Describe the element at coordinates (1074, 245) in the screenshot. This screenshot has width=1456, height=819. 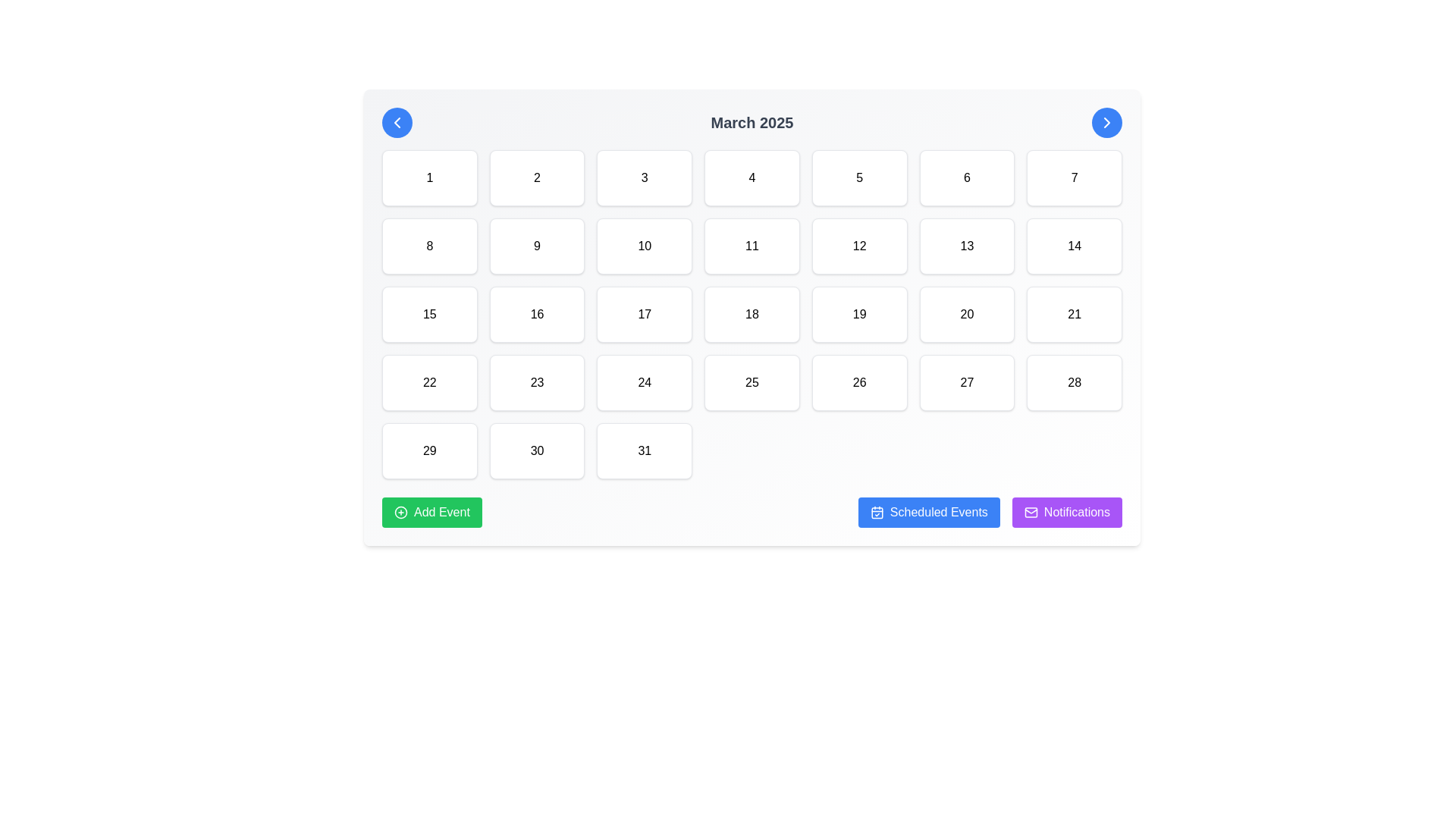
I see `the static text display element styled as a button, which contains the number '14' in a calendar grid layout for March 2025` at that location.